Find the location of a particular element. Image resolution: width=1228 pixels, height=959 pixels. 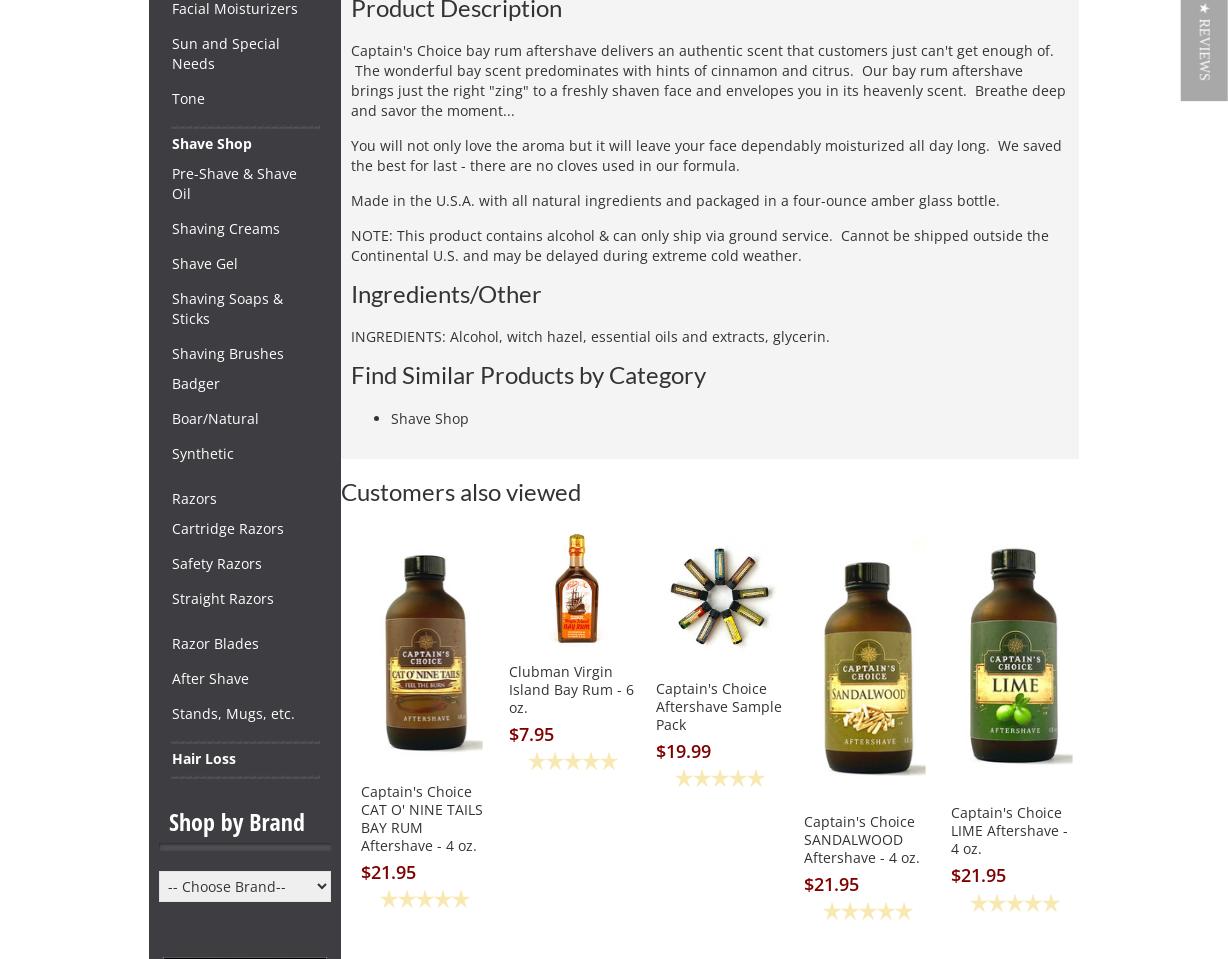

'You will not only love the aroma but it will leave your face dependably moisturized all day long.  We saved the best for last - there are no cloves used in our formula.' is located at coordinates (706, 154).